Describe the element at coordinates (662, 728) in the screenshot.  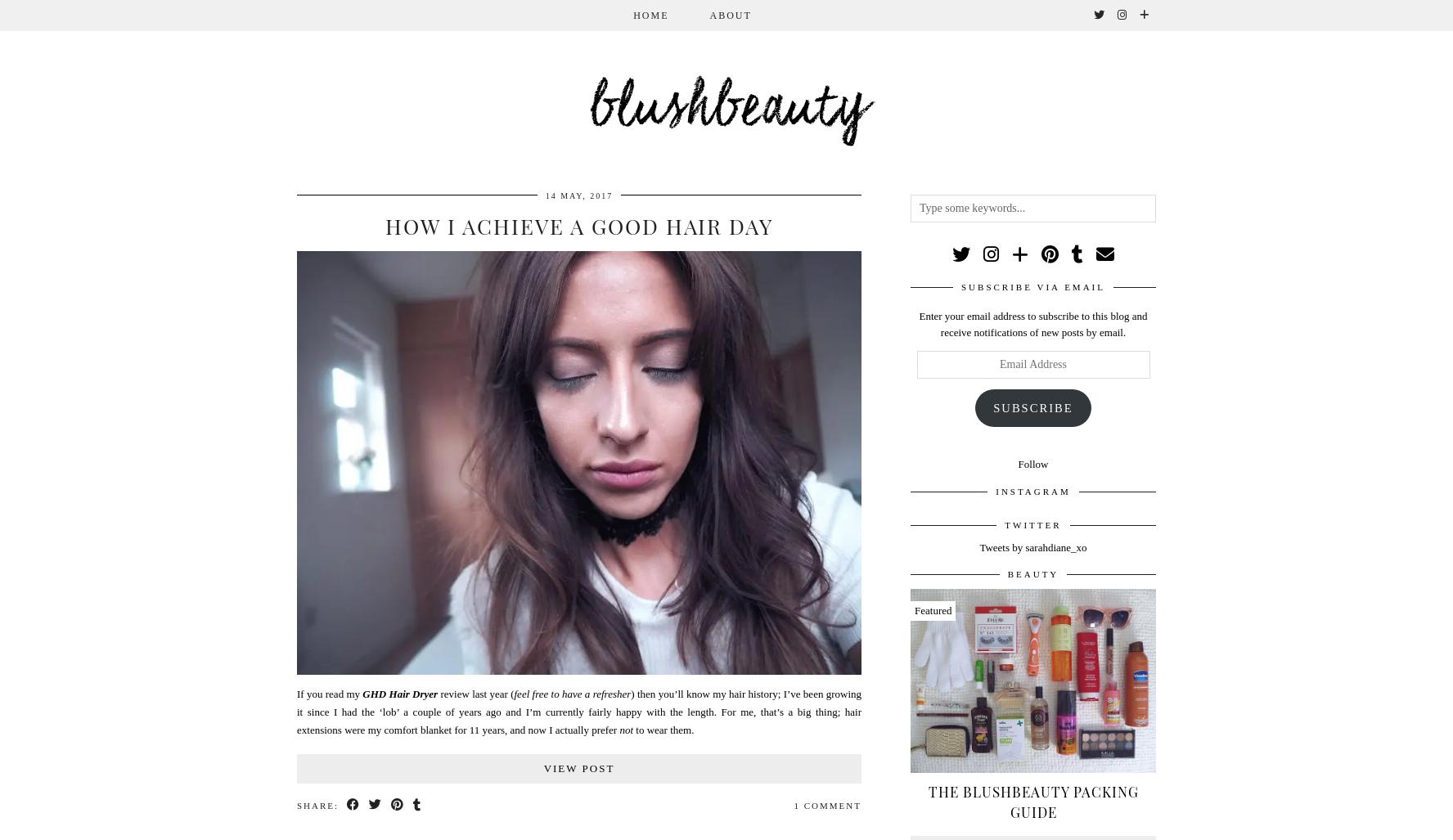
I see `'to wear them.'` at that location.